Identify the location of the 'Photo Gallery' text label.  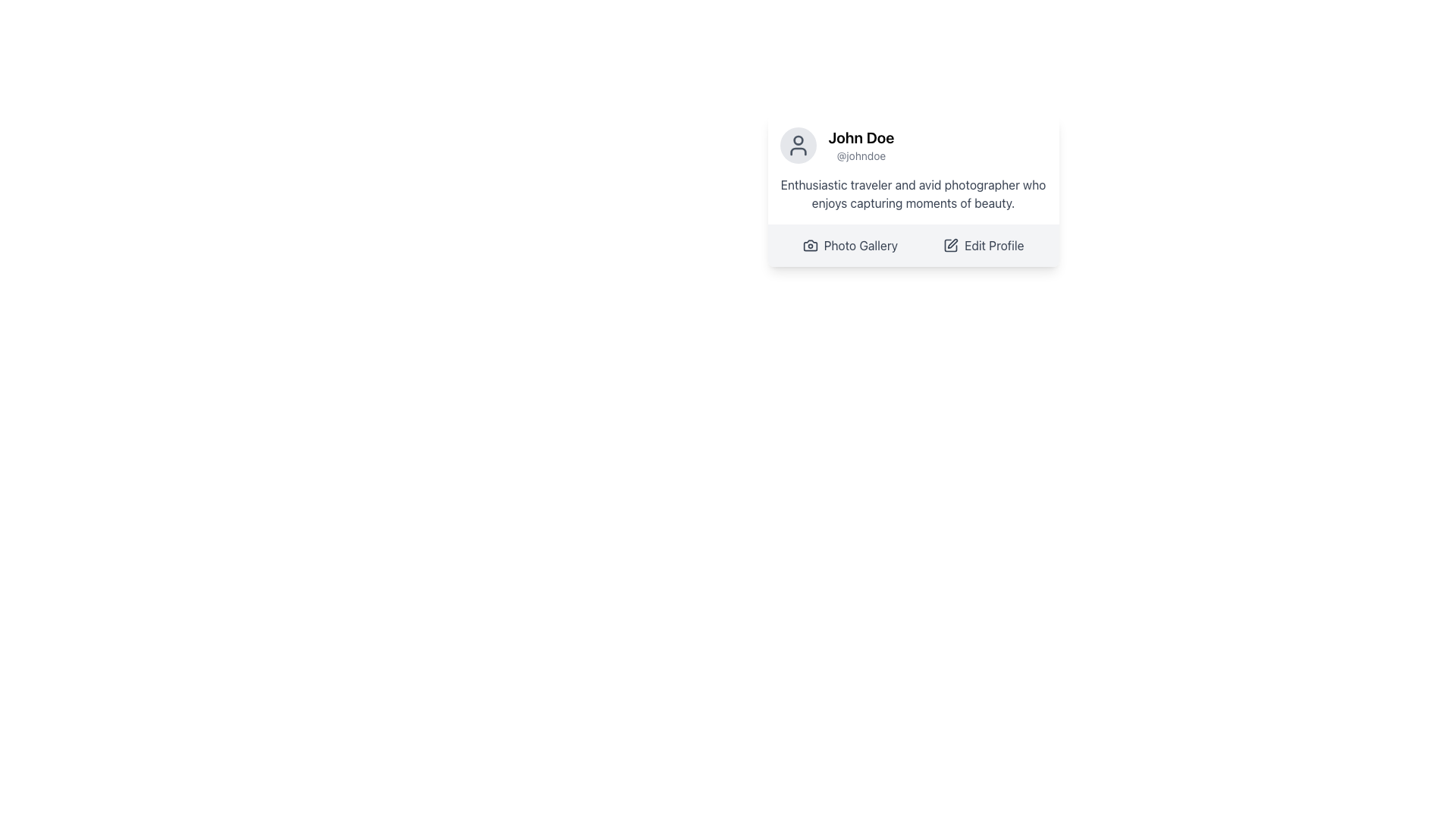
(860, 245).